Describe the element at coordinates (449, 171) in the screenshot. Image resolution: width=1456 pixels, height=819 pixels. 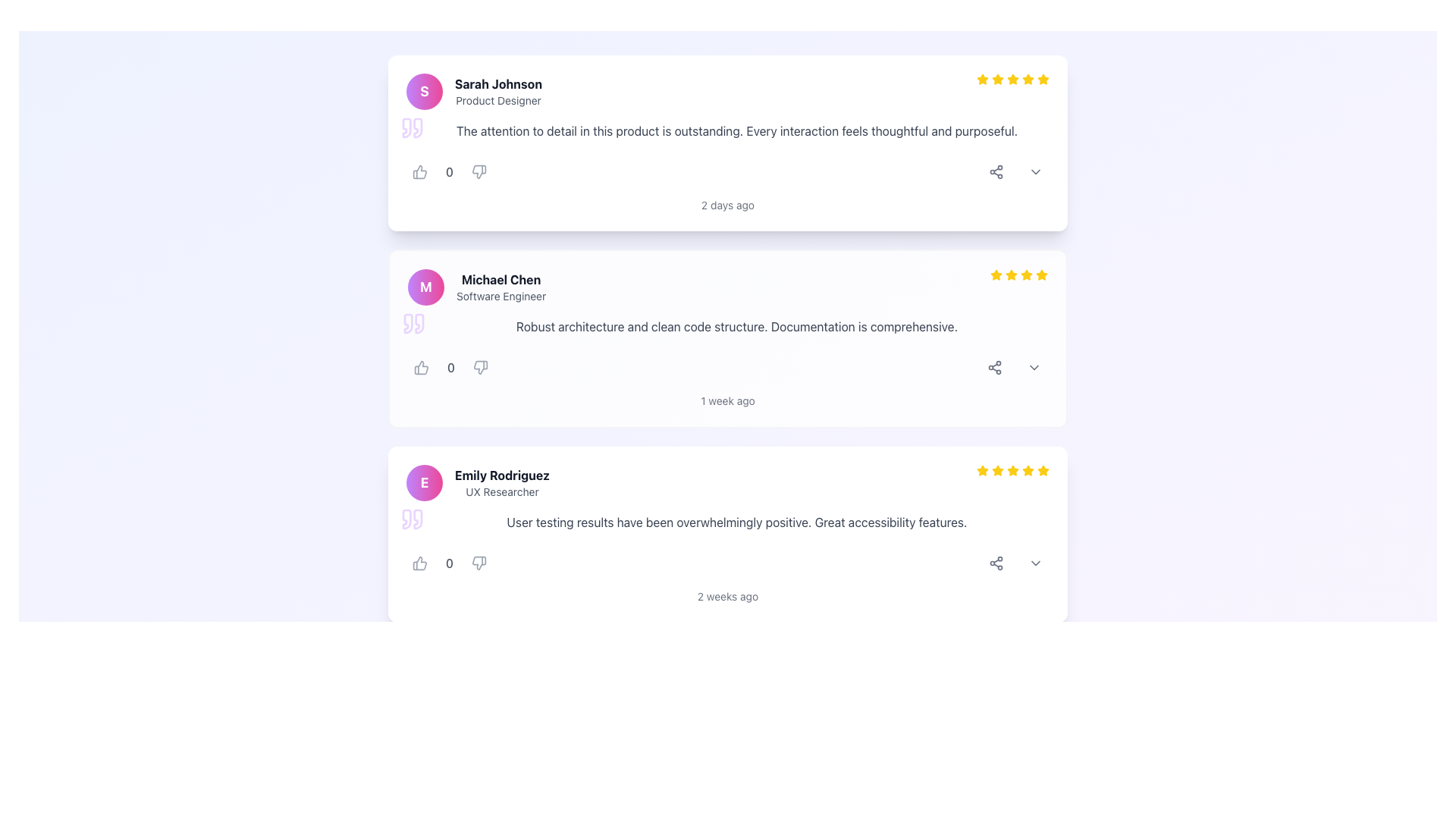
I see `the numeric display showing the value '0' in gray font` at that location.